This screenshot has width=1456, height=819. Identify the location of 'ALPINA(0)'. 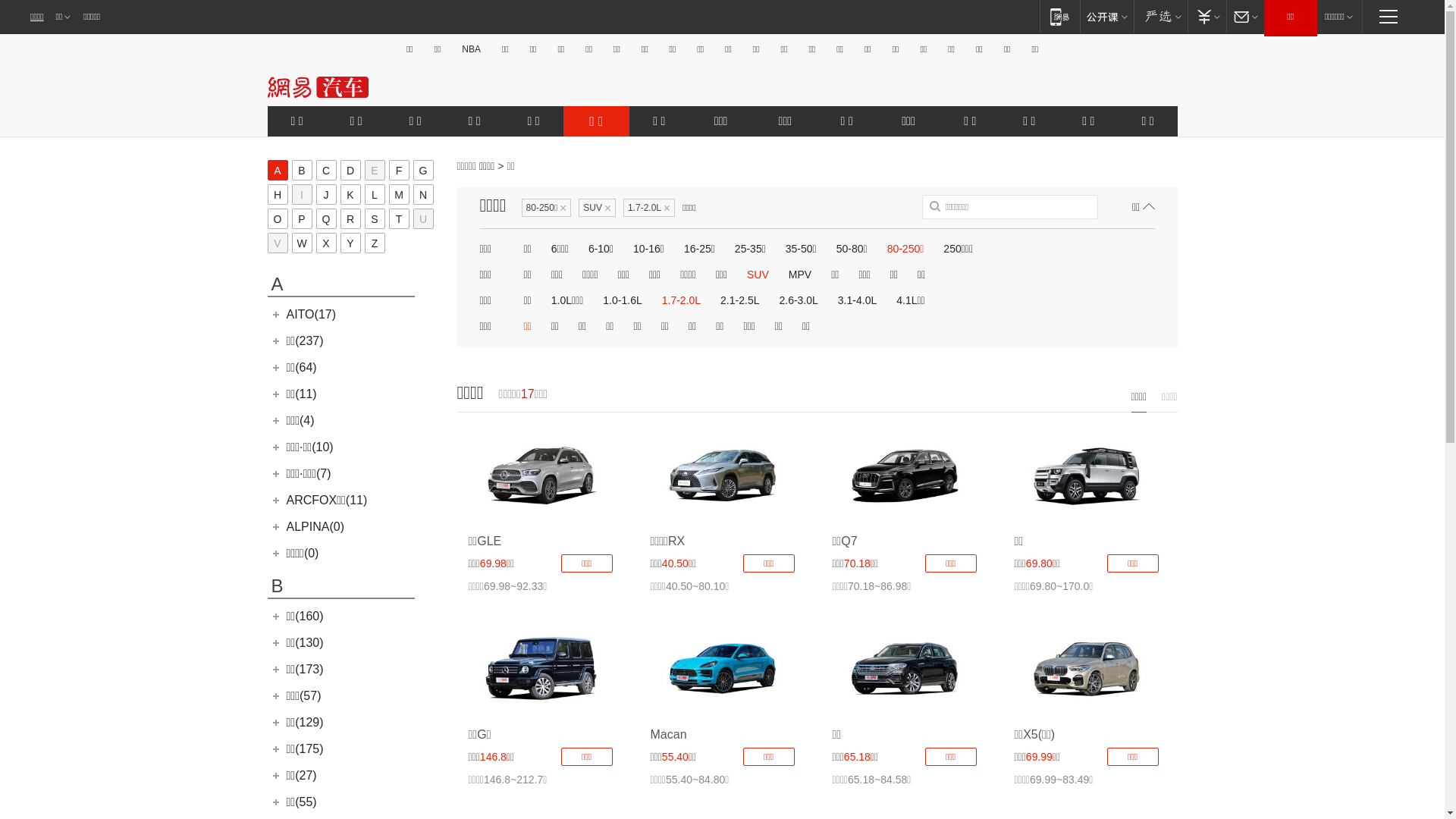
(315, 526).